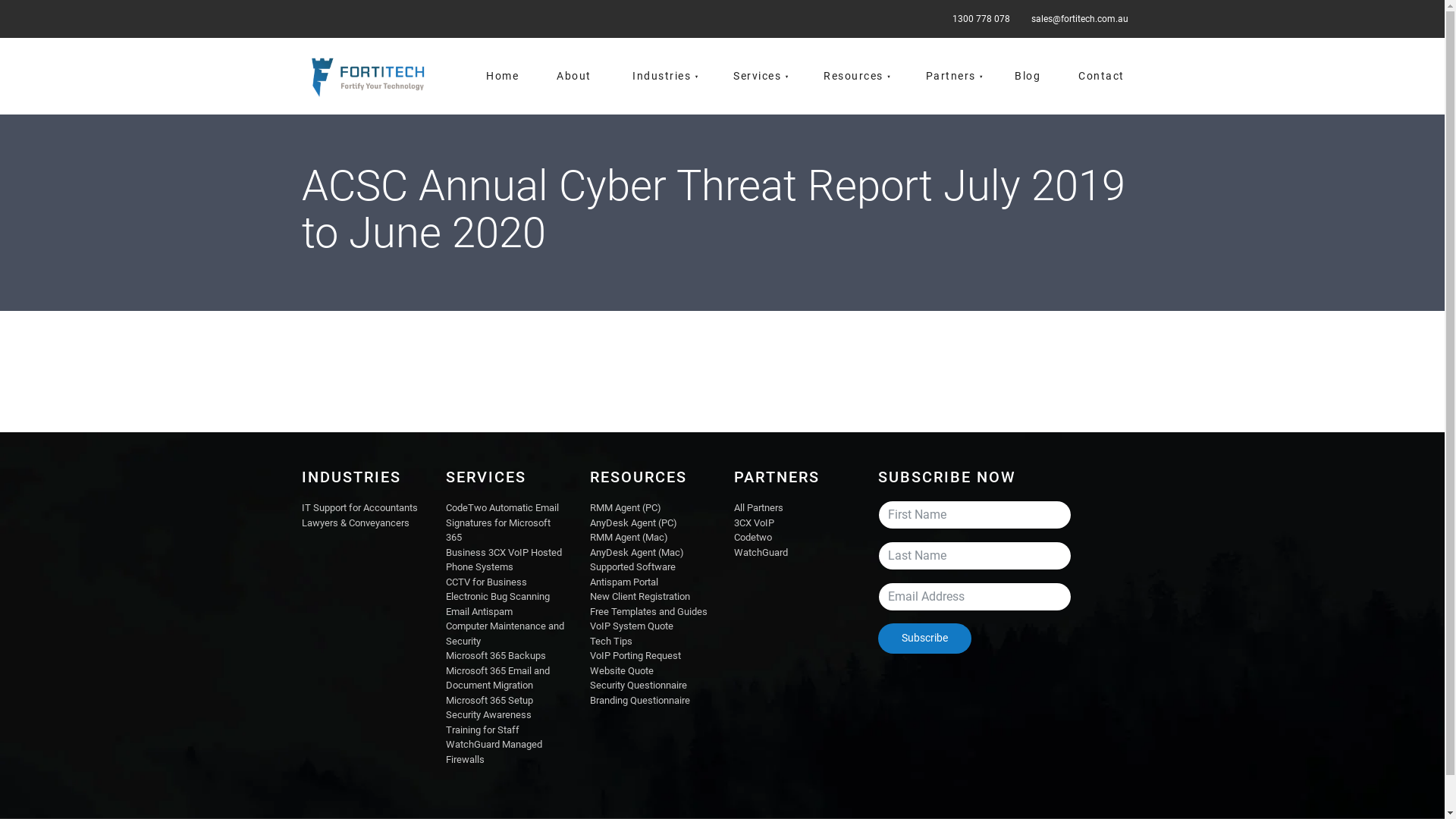  What do you see at coordinates (637, 552) in the screenshot?
I see `'AnyDesk Agent (Mac)'` at bounding box center [637, 552].